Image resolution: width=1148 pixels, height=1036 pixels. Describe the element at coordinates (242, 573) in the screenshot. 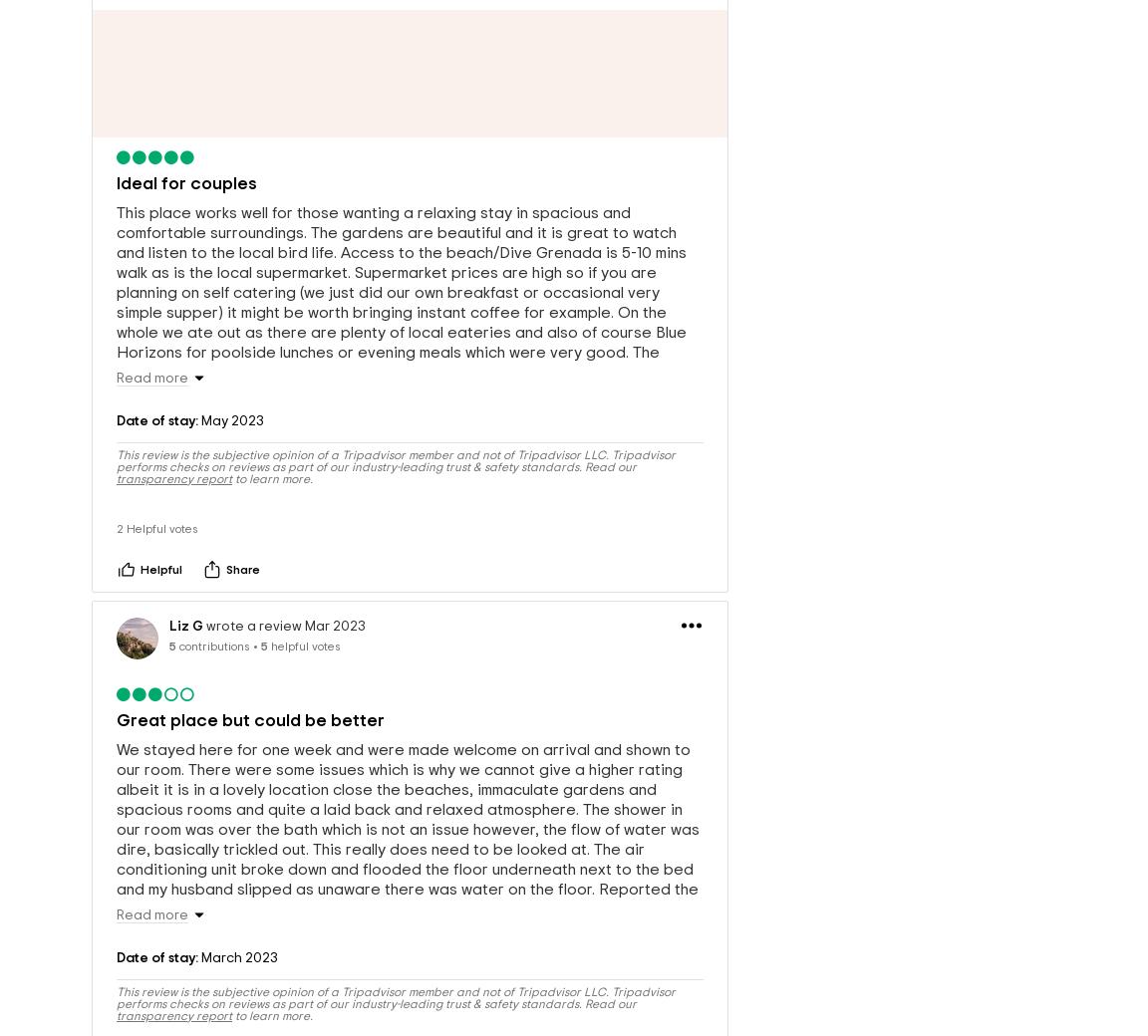

I see `'Share'` at that location.